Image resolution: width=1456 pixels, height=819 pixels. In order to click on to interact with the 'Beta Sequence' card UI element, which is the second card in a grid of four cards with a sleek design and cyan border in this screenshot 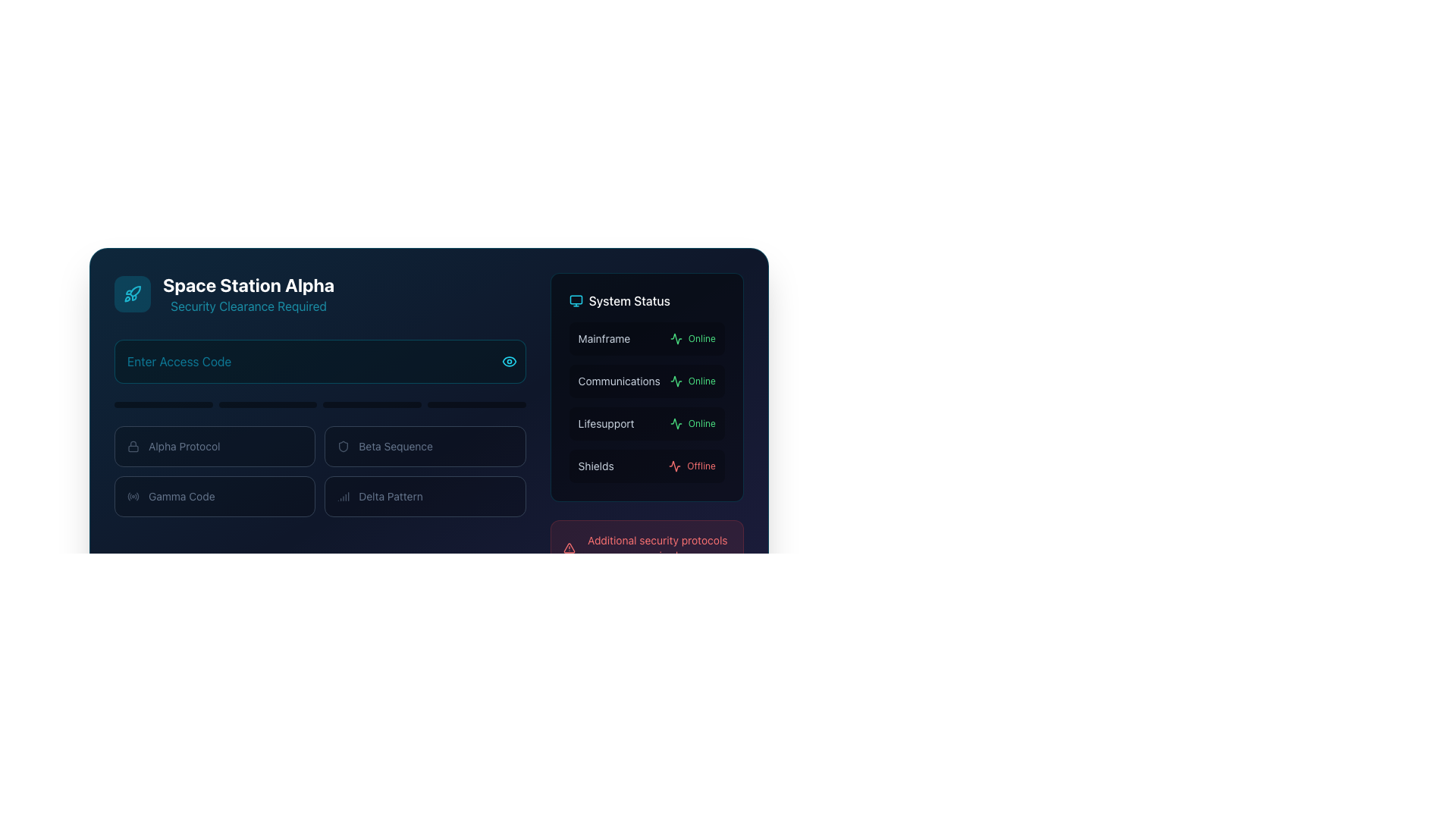, I will do `click(428, 454)`.